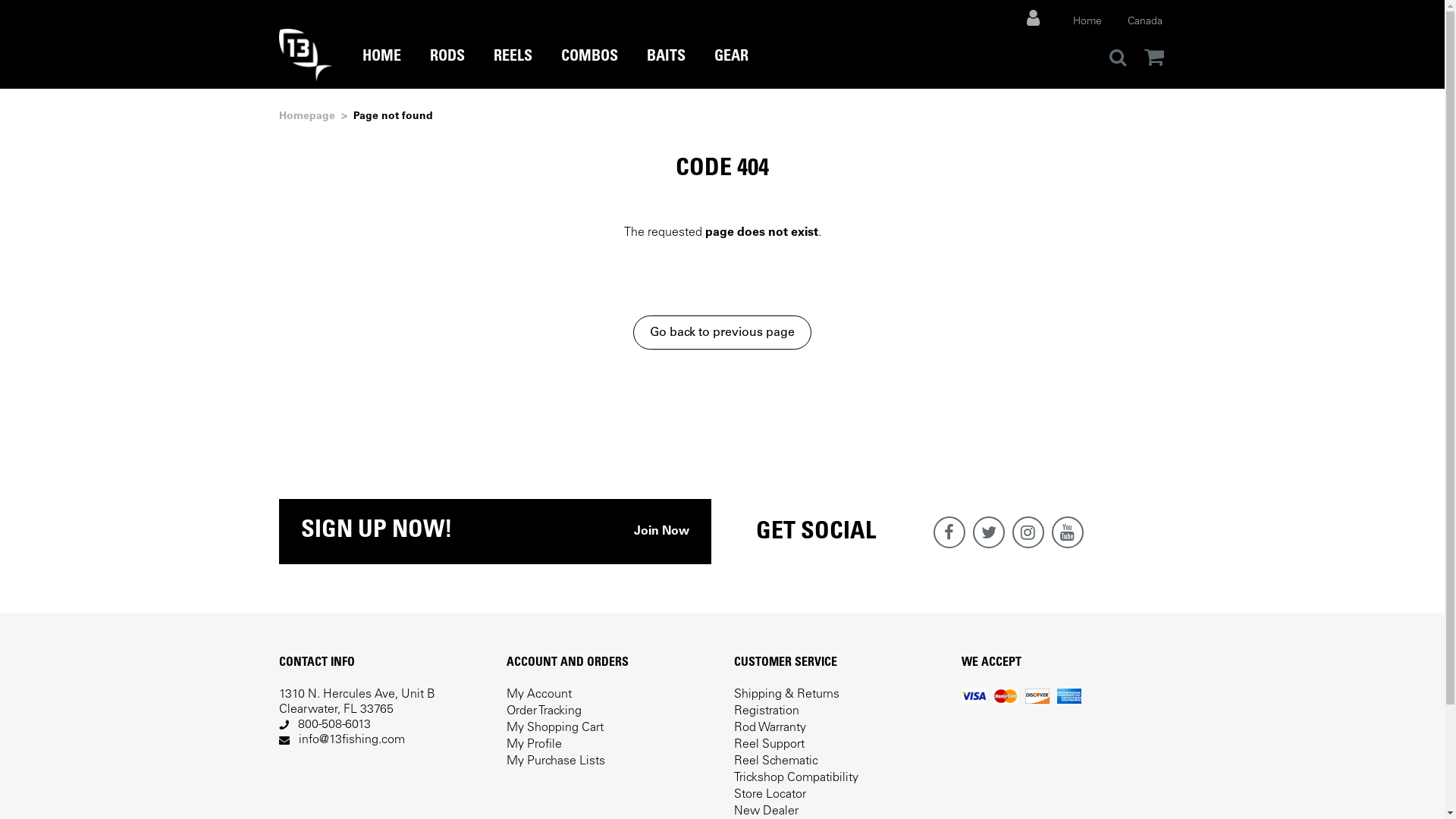 The image size is (1456, 819). What do you see at coordinates (767, 711) in the screenshot?
I see `'Registration'` at bounding box center [767, 711].